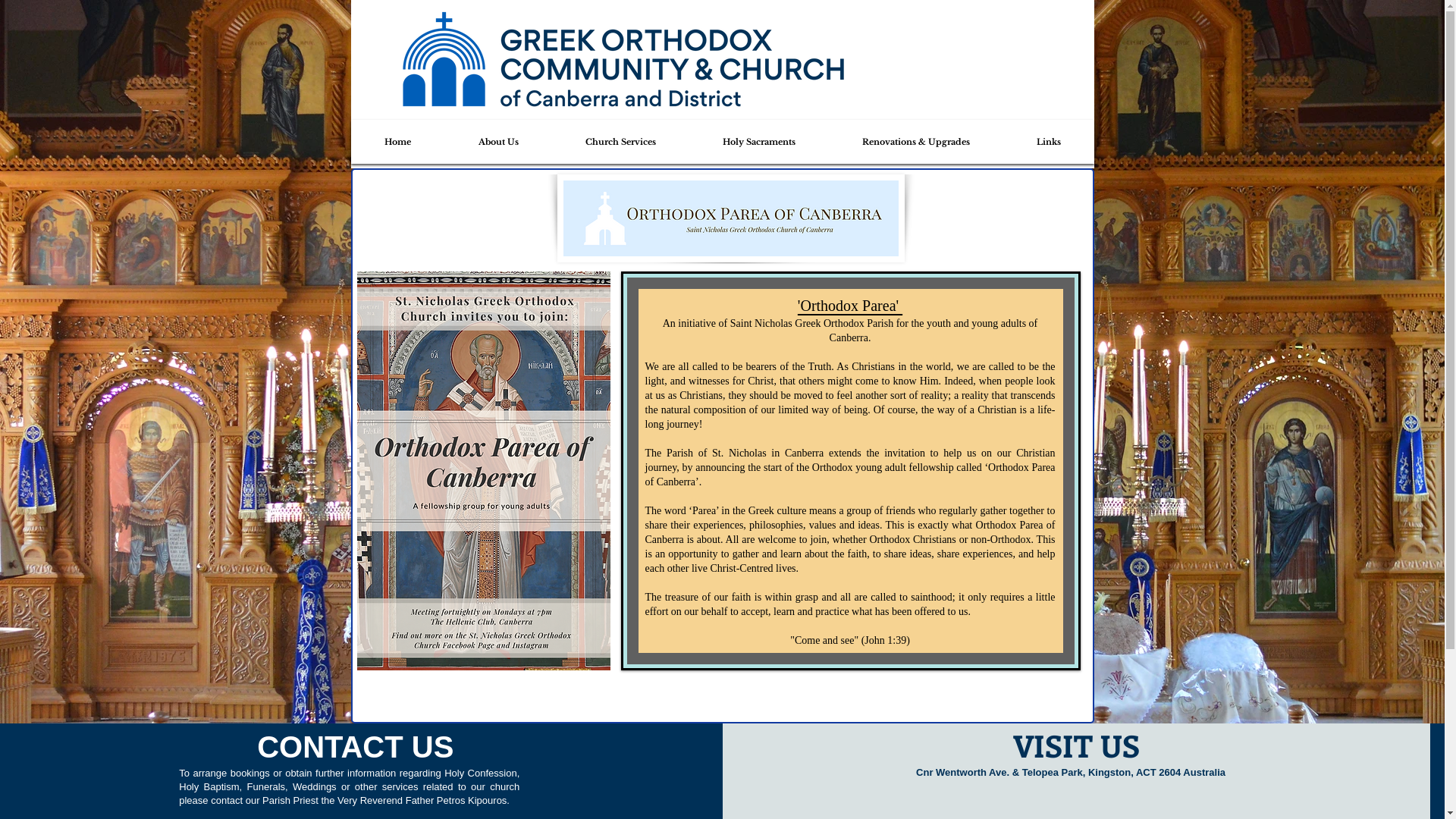 The image size is (1456, 819). Describe the element at coordinates (353, 141) in the screenshot. I see `'Home'` at that location.